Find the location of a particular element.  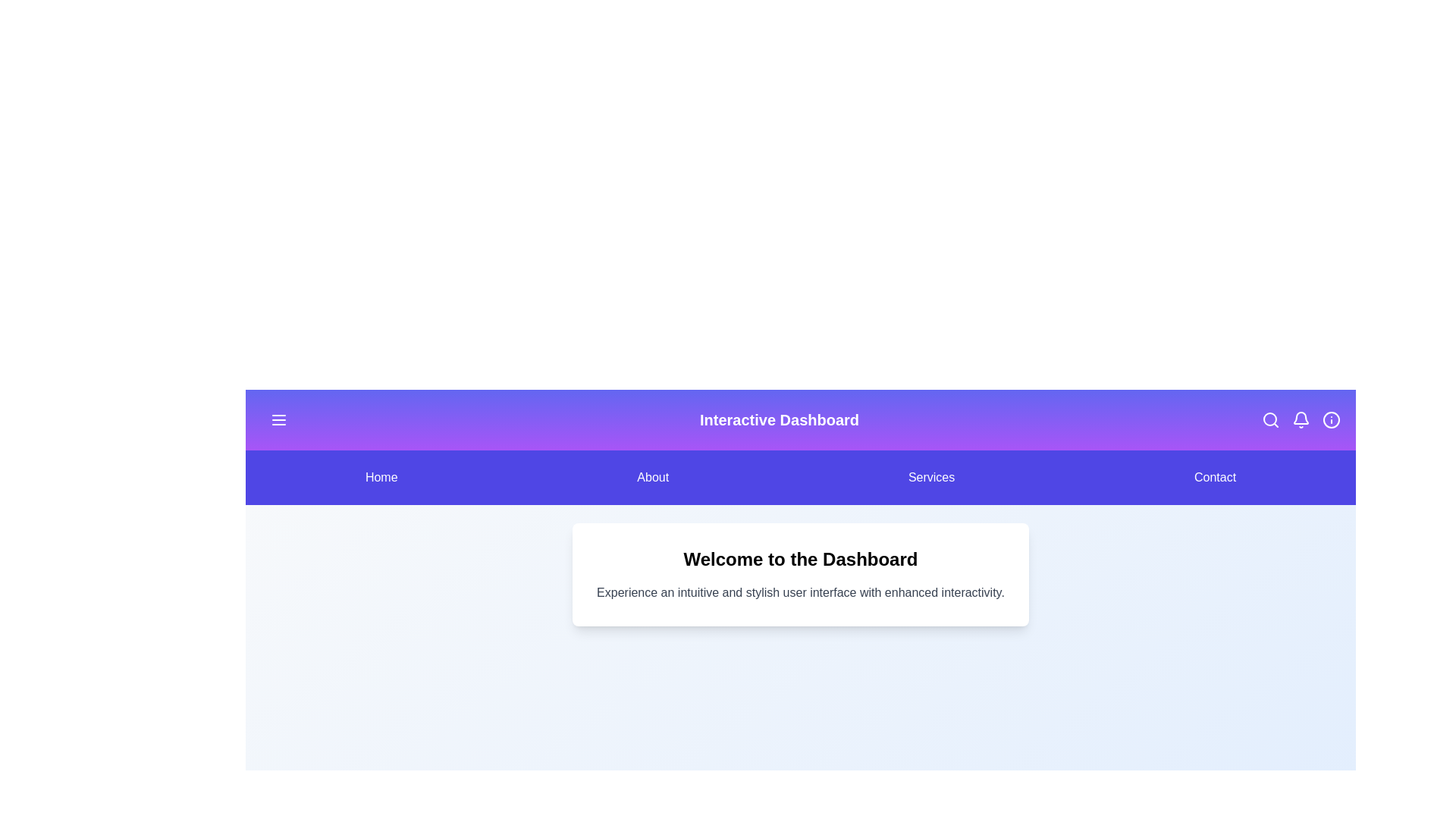

the menu item Contact to navigate to the corresponding section is located at coordinates (1216, 476).